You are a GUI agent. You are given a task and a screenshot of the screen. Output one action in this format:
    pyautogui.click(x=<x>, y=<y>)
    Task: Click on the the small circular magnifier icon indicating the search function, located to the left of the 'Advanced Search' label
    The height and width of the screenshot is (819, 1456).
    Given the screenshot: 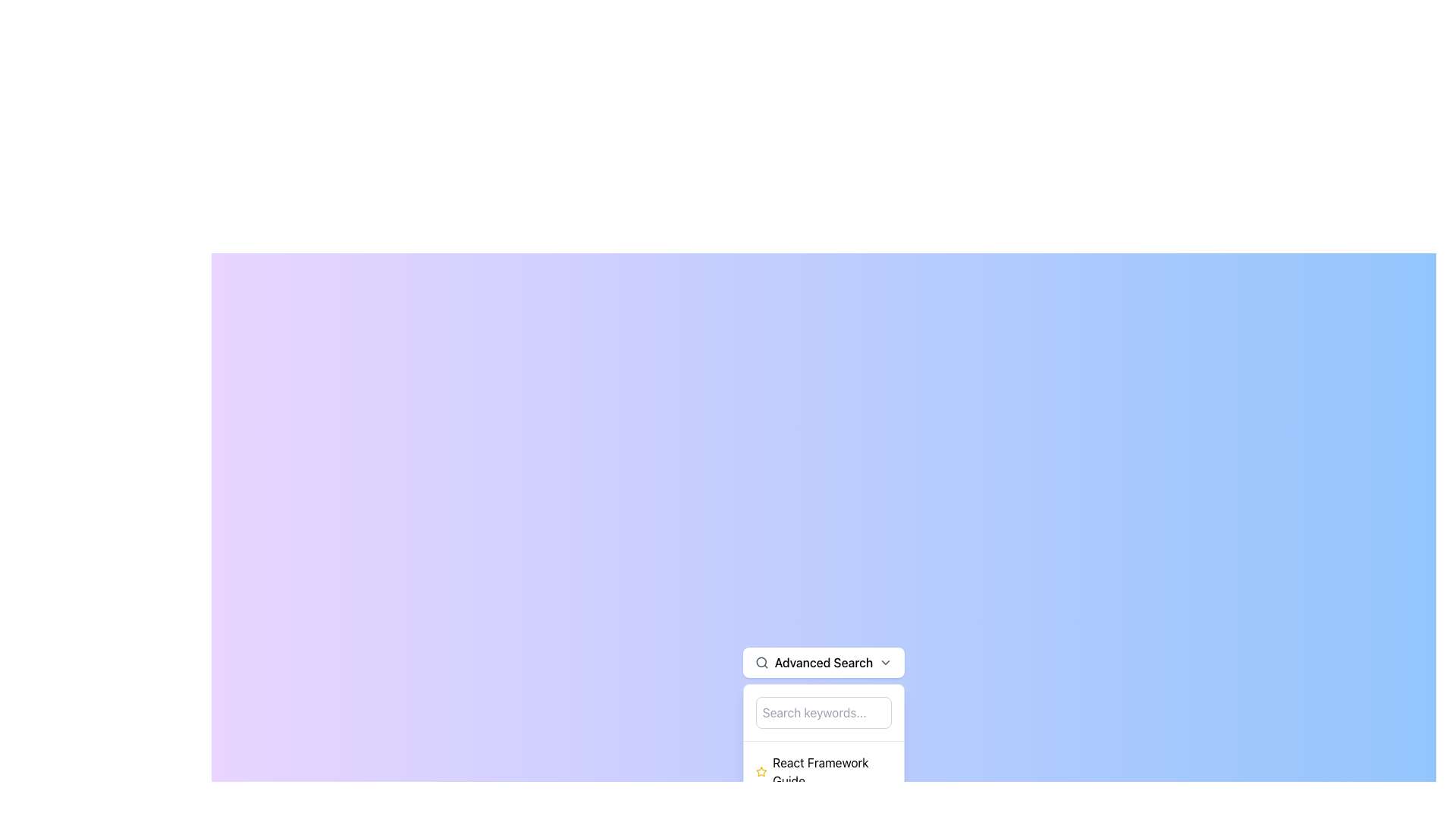 What is the action you would take?
    pyautogui.click(x=761, y=662)
    